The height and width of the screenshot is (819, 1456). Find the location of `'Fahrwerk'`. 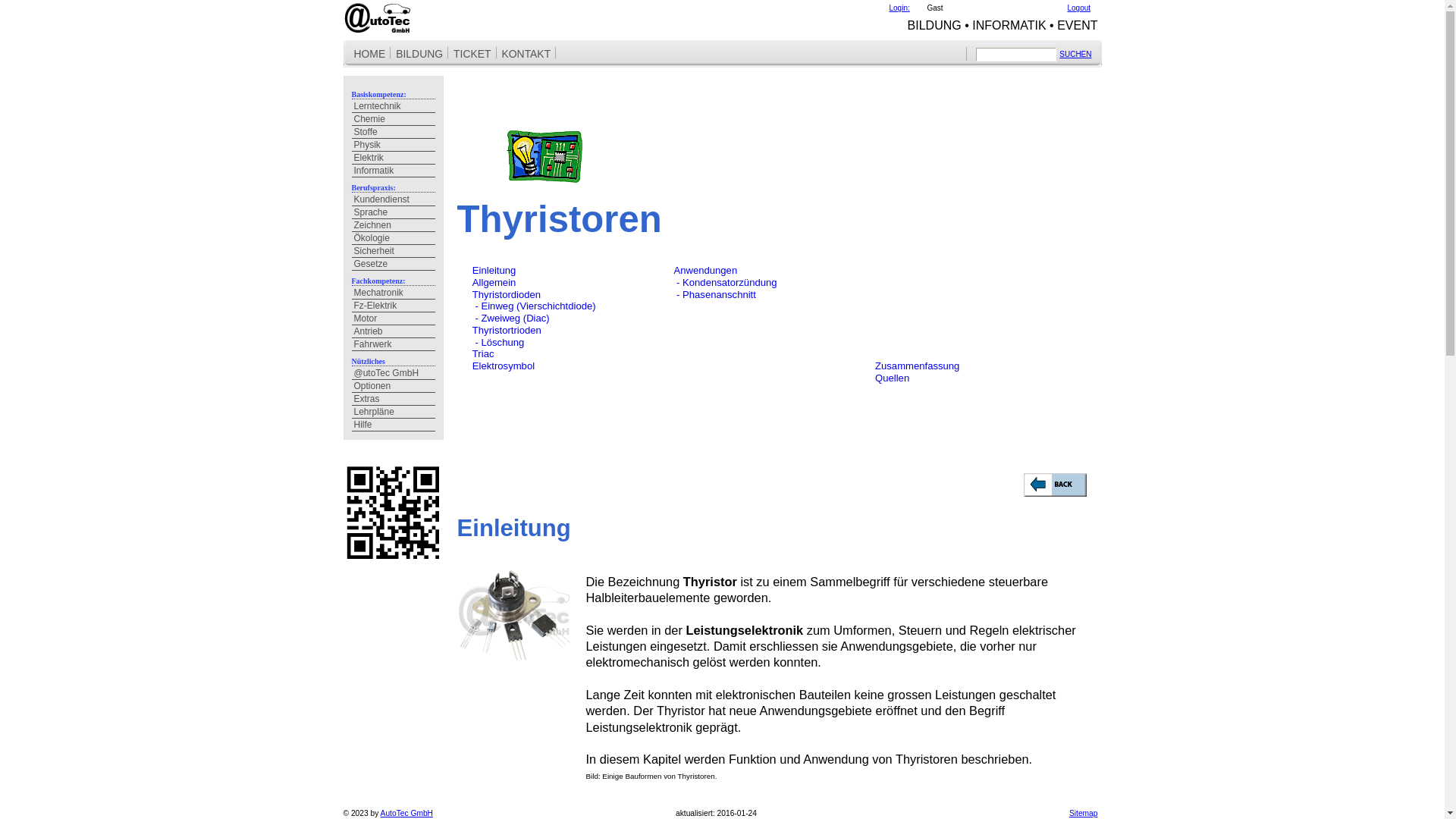

'Fahrwerk' is located at coordinates (393, 344).